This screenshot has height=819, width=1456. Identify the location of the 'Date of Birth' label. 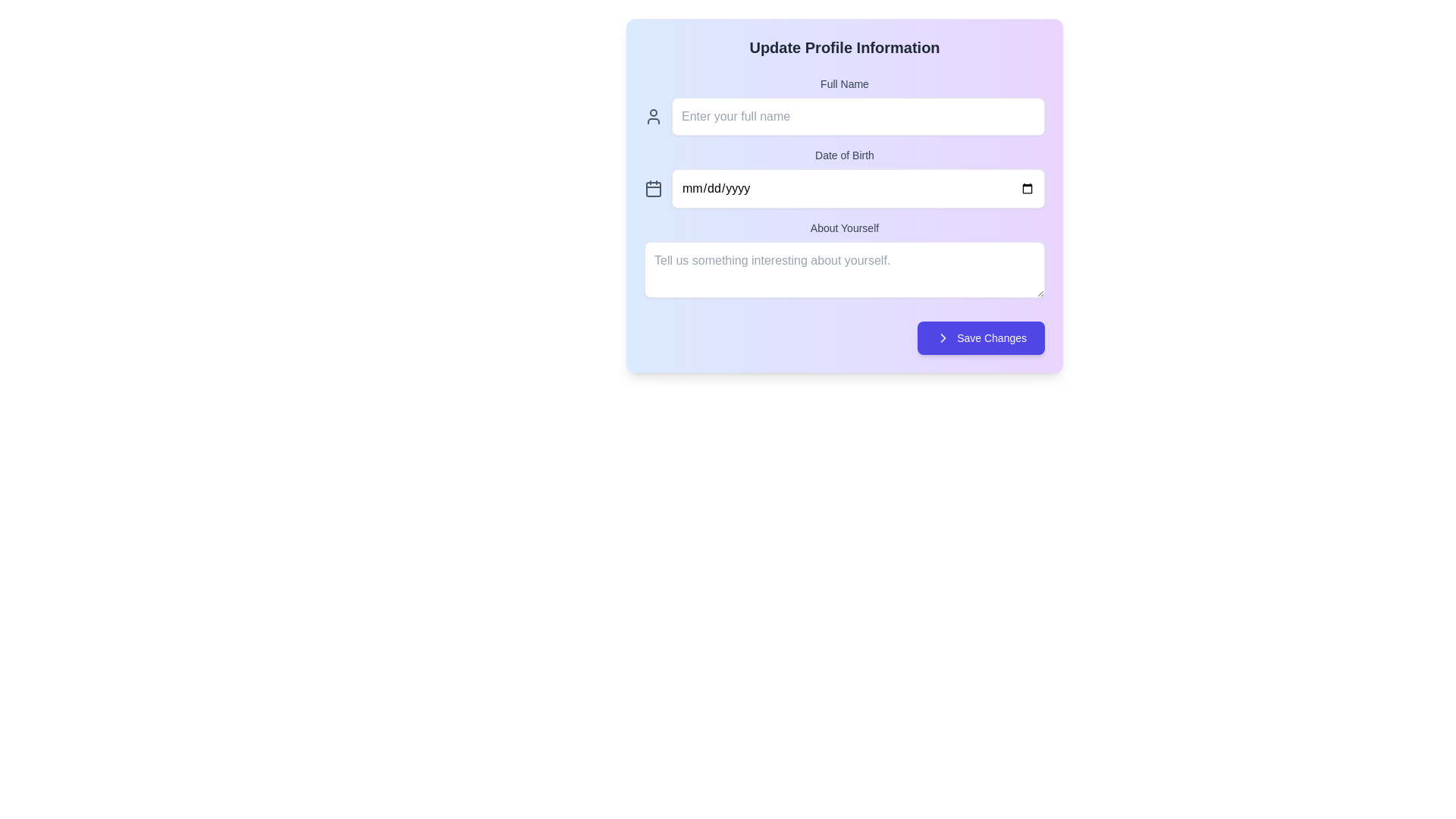
(843, 155).